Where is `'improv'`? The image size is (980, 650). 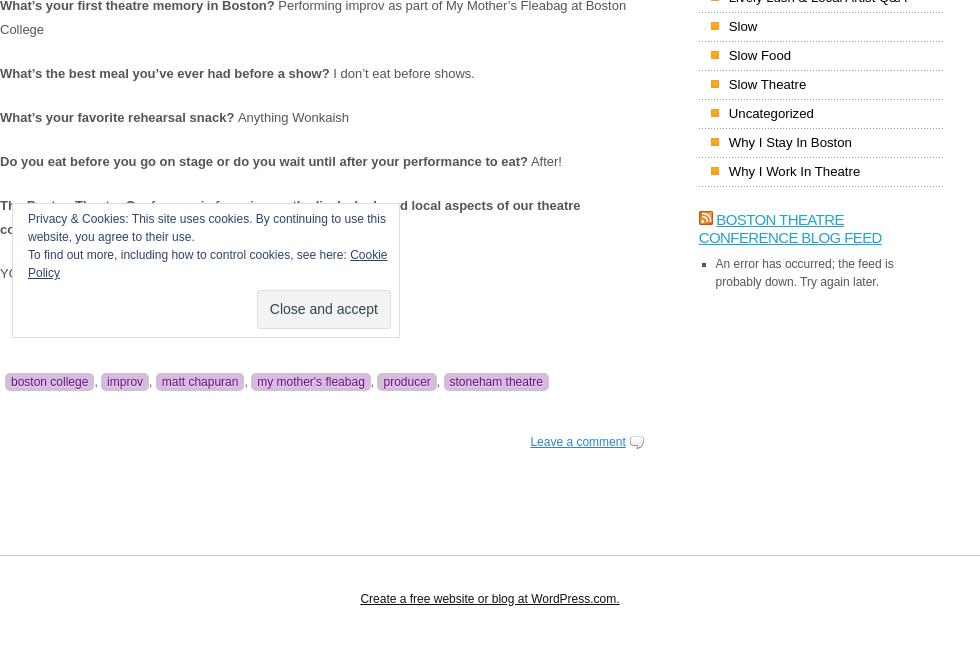
'improv' is located at coordinates (125, 382).